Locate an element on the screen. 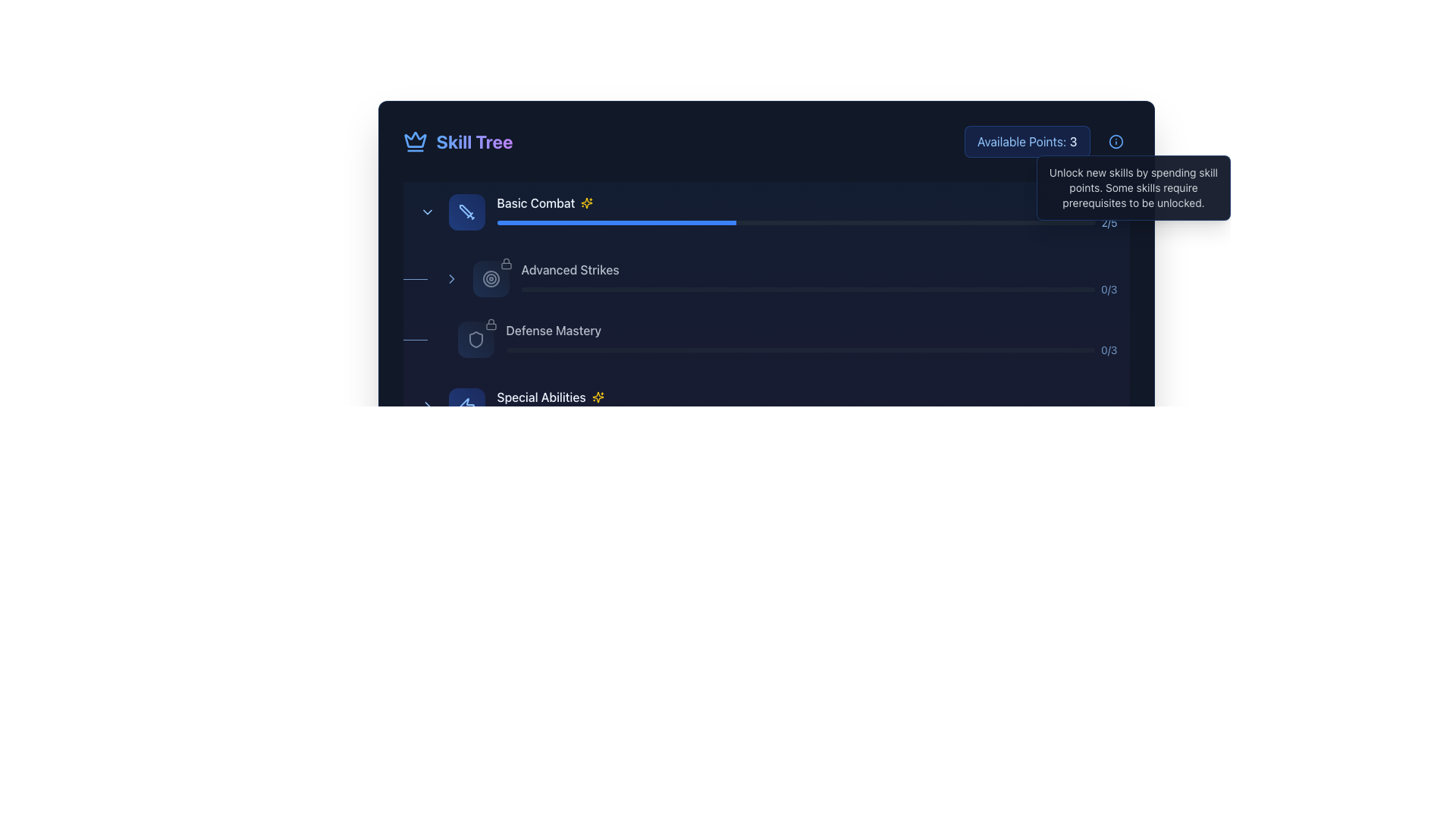  the lock icon in the skill tree UI for 'Defense Mastery', which indicates that this skill is locked and not accessible is located at coordinates (491, 324).